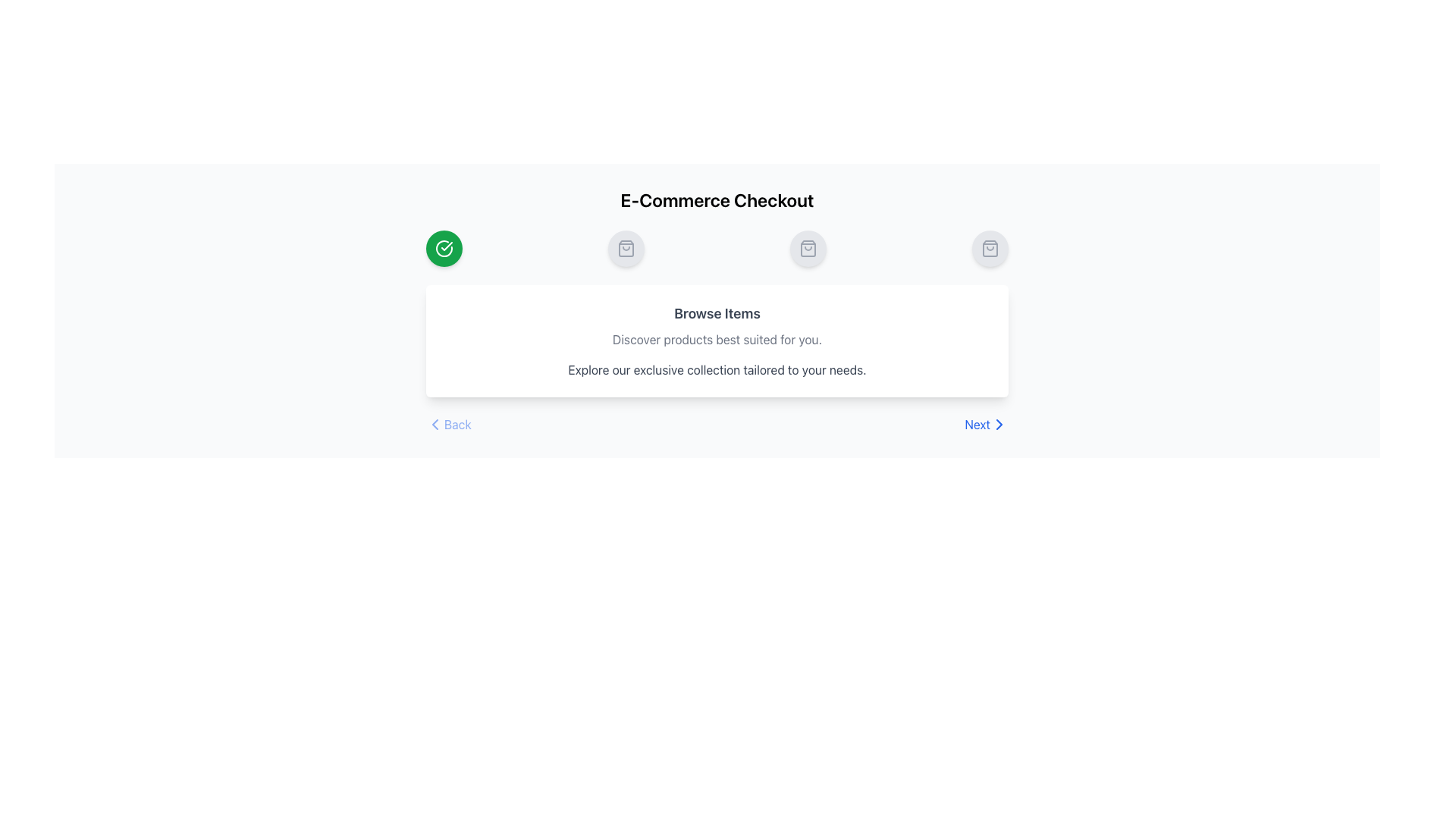  What do you see at coordinates (716, 338) in the screenshot?
I see `the text element that reads 'Discover products best suited for you.' which is positioned below the title 'Browse Items'` at bounding box center [716, 338].